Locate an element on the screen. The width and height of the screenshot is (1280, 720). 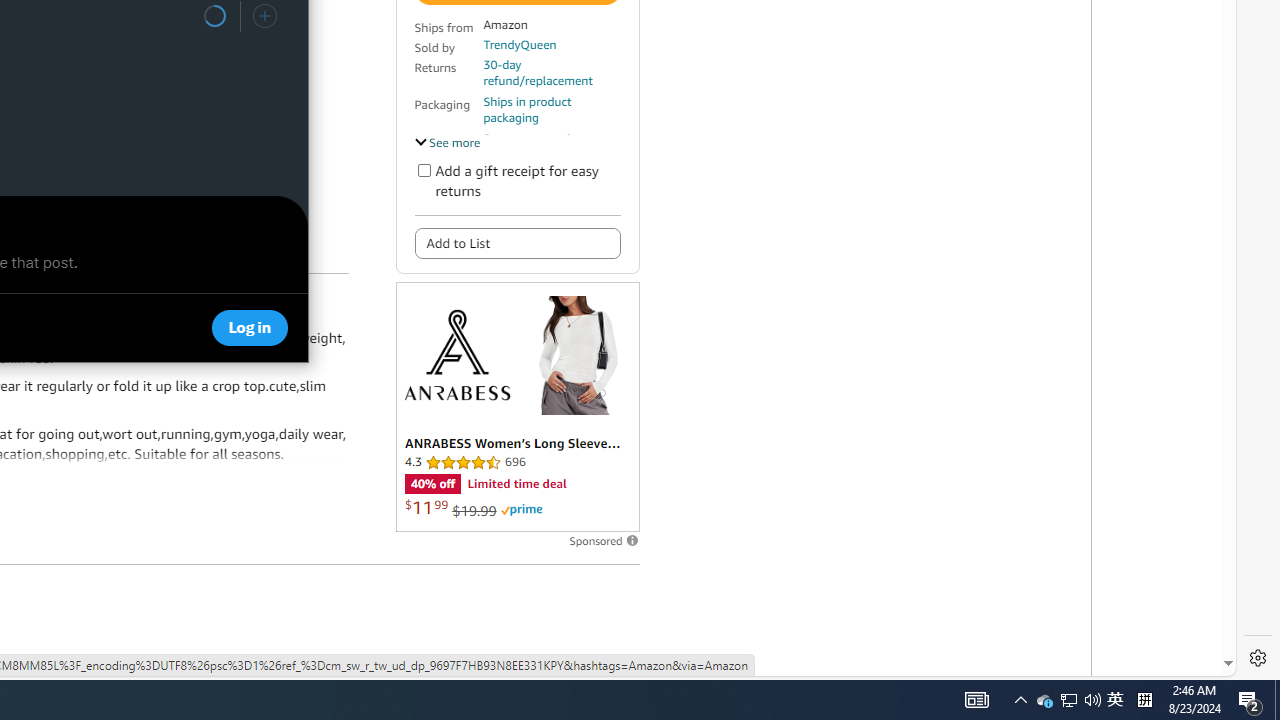
'Notification Chevron' is located at coordinates (1020, 698).